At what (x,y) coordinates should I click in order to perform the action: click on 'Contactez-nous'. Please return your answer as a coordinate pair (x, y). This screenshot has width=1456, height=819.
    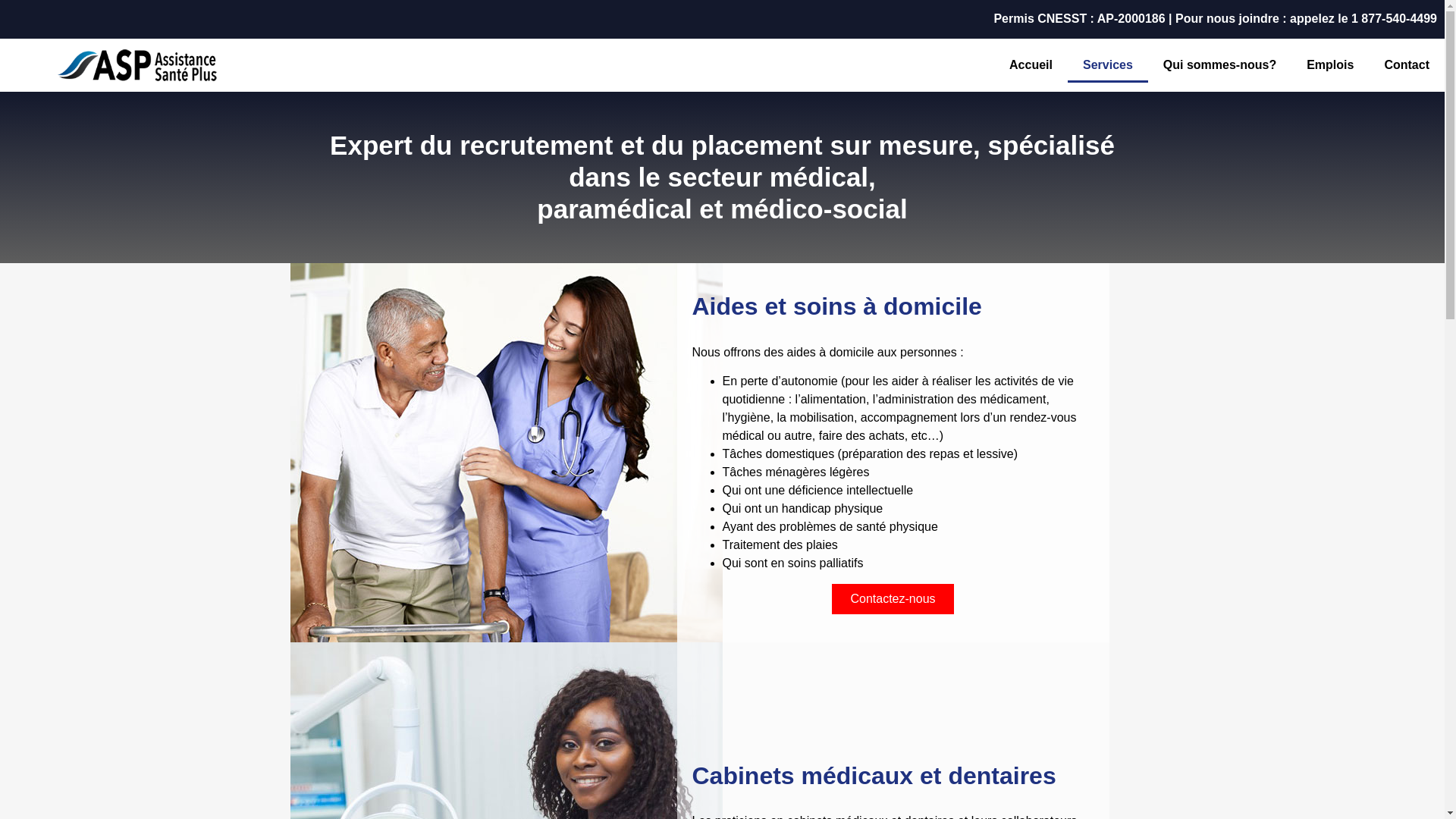
    Looking at the image, I should click on (892, 598).